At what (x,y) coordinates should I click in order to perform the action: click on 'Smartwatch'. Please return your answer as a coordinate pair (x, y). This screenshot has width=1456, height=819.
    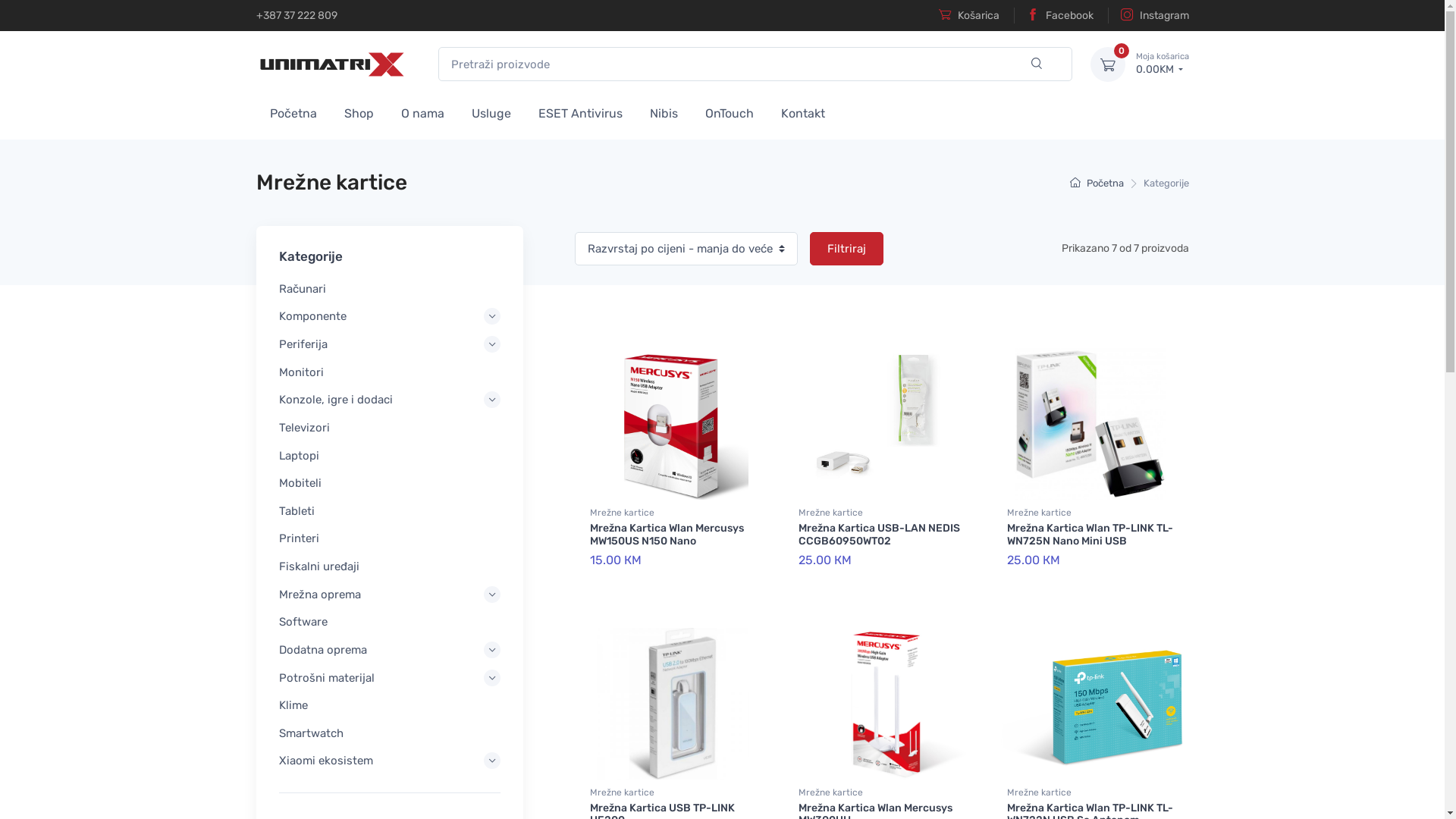
    Looking at the image, I should click on (279, 733).